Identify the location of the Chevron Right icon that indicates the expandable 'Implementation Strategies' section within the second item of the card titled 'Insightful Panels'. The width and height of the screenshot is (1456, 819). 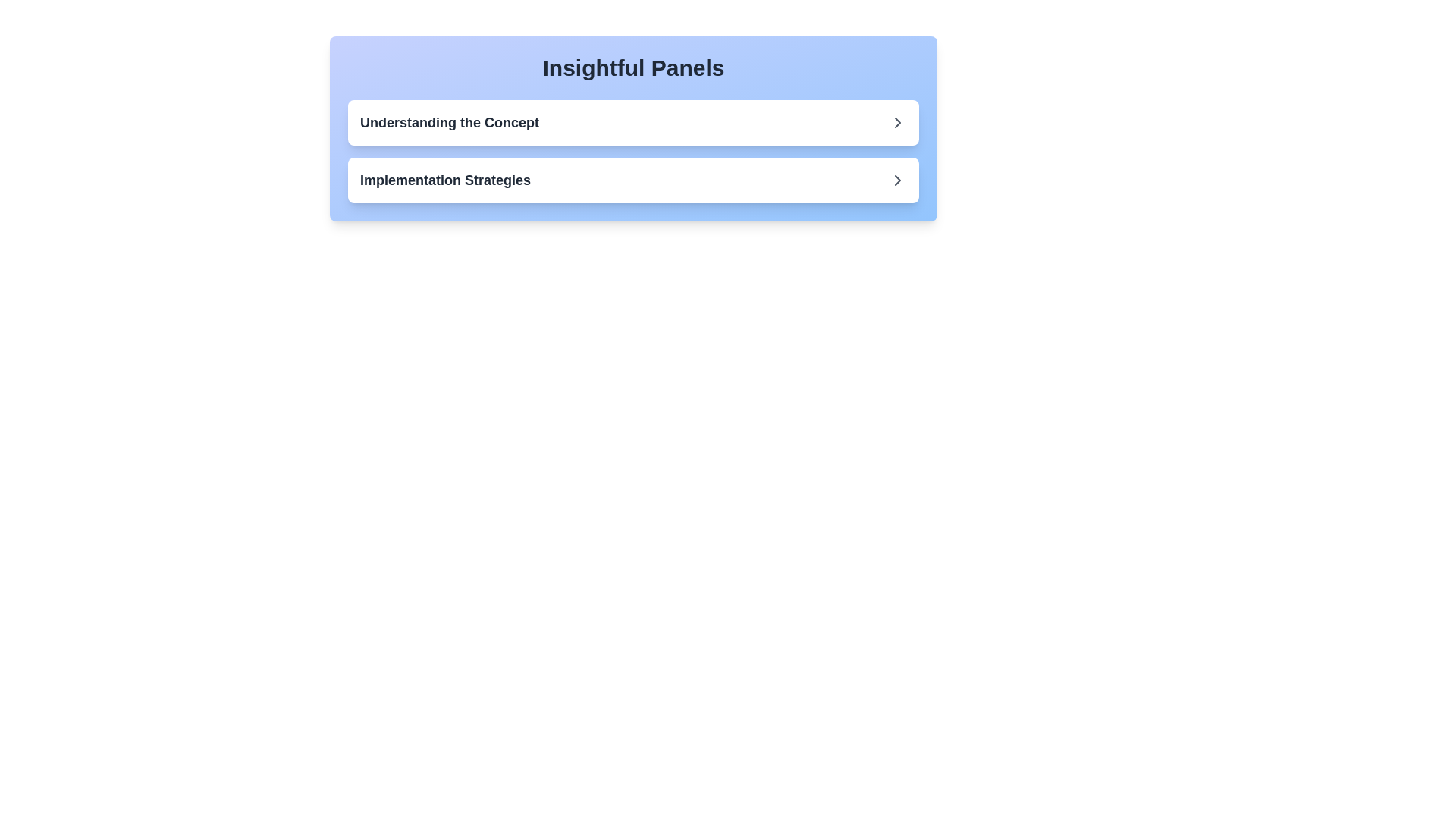
(898, 180).